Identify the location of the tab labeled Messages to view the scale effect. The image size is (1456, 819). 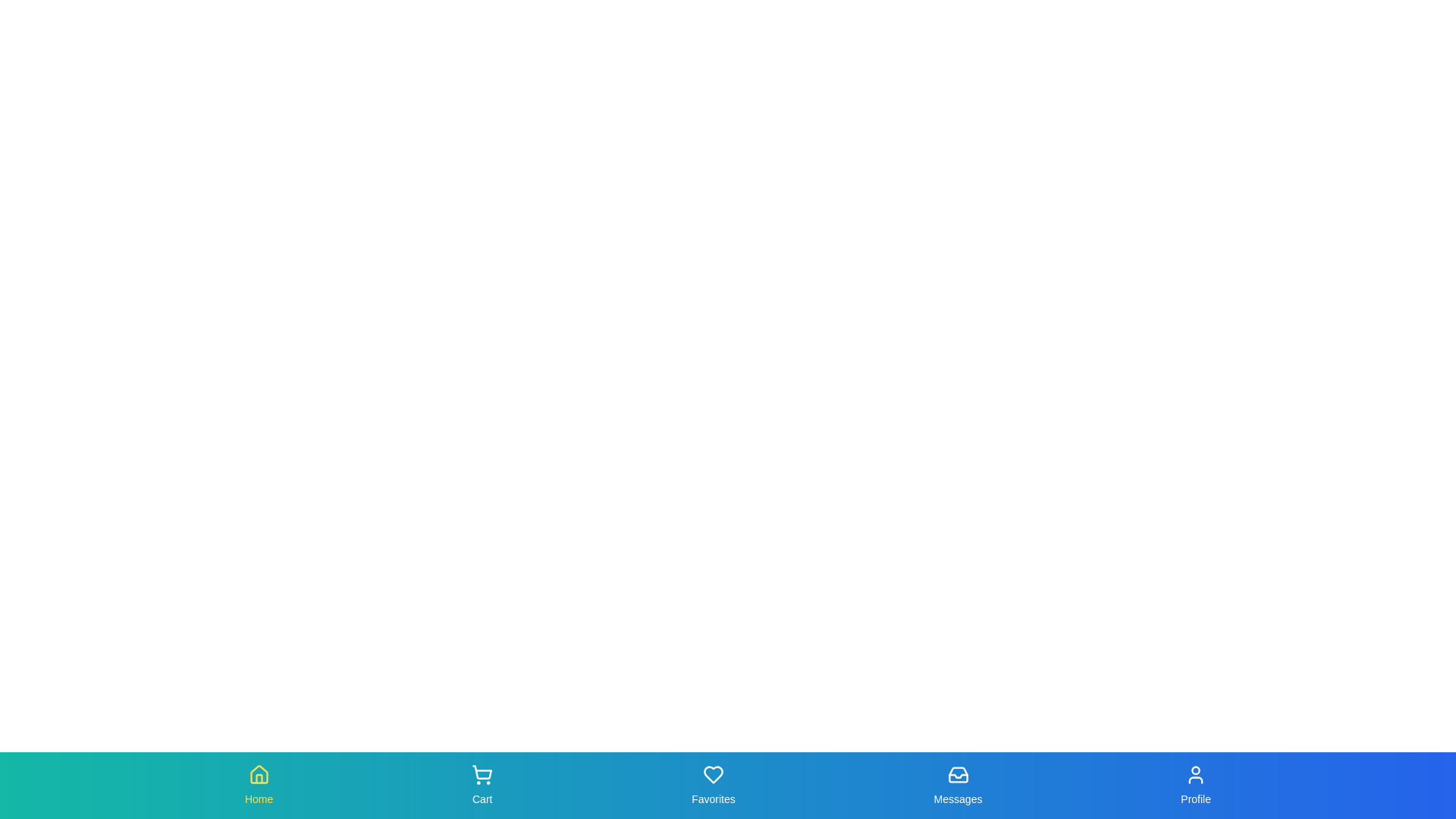
(957, 785).